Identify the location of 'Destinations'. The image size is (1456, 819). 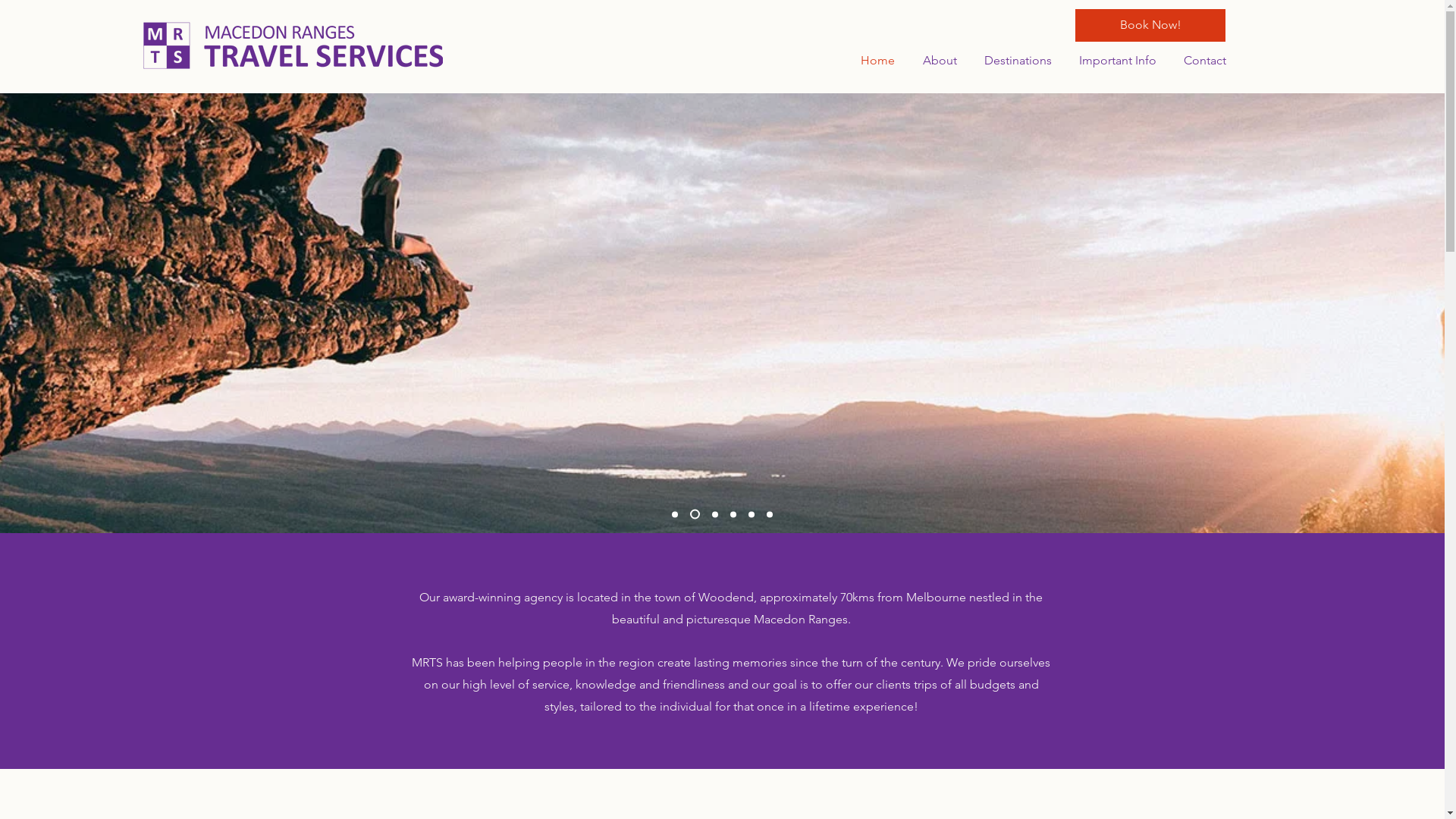
(1015, 60).